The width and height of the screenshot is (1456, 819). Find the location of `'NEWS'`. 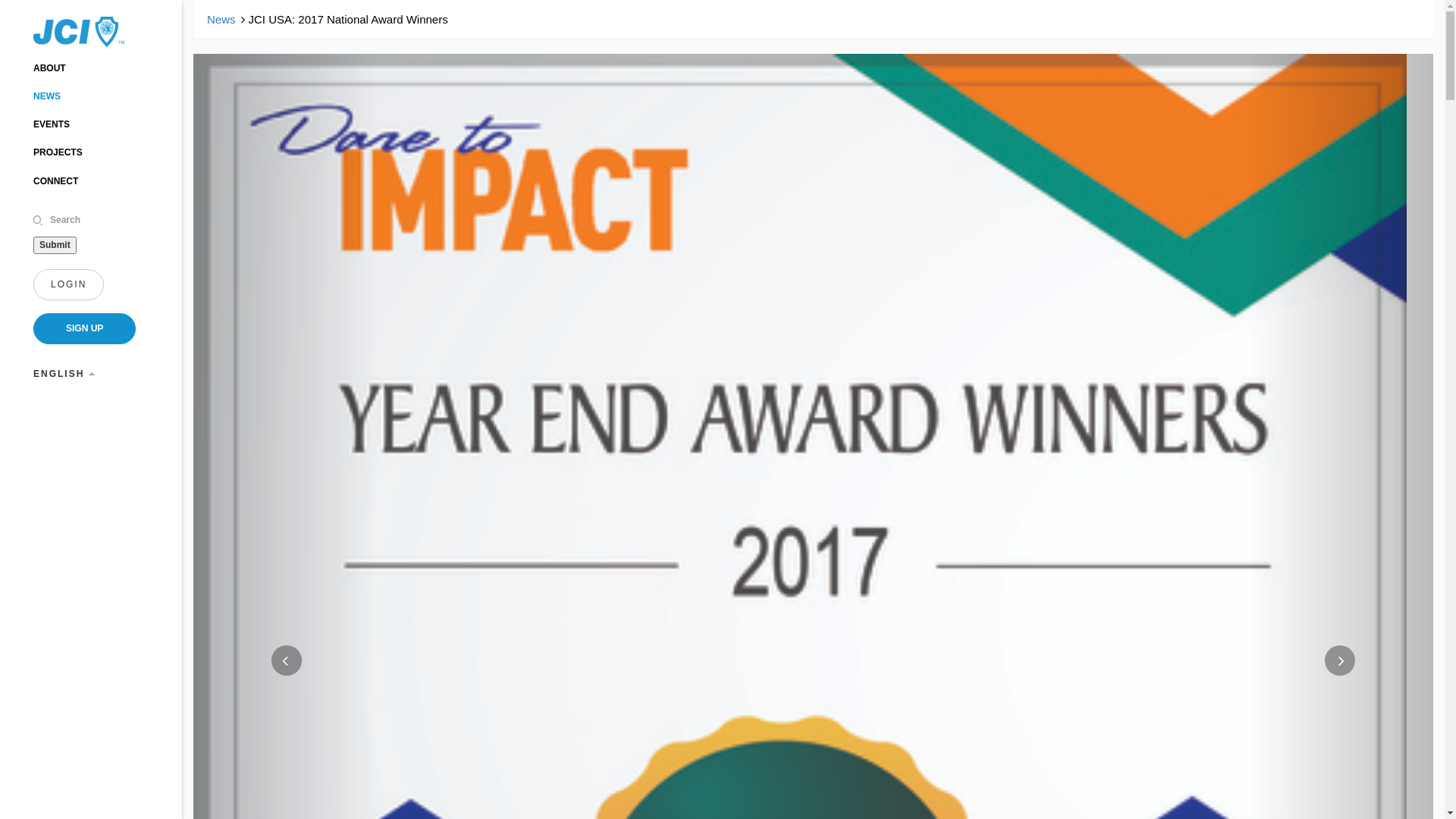

'NEWS' is located at coordinates (47, 96).